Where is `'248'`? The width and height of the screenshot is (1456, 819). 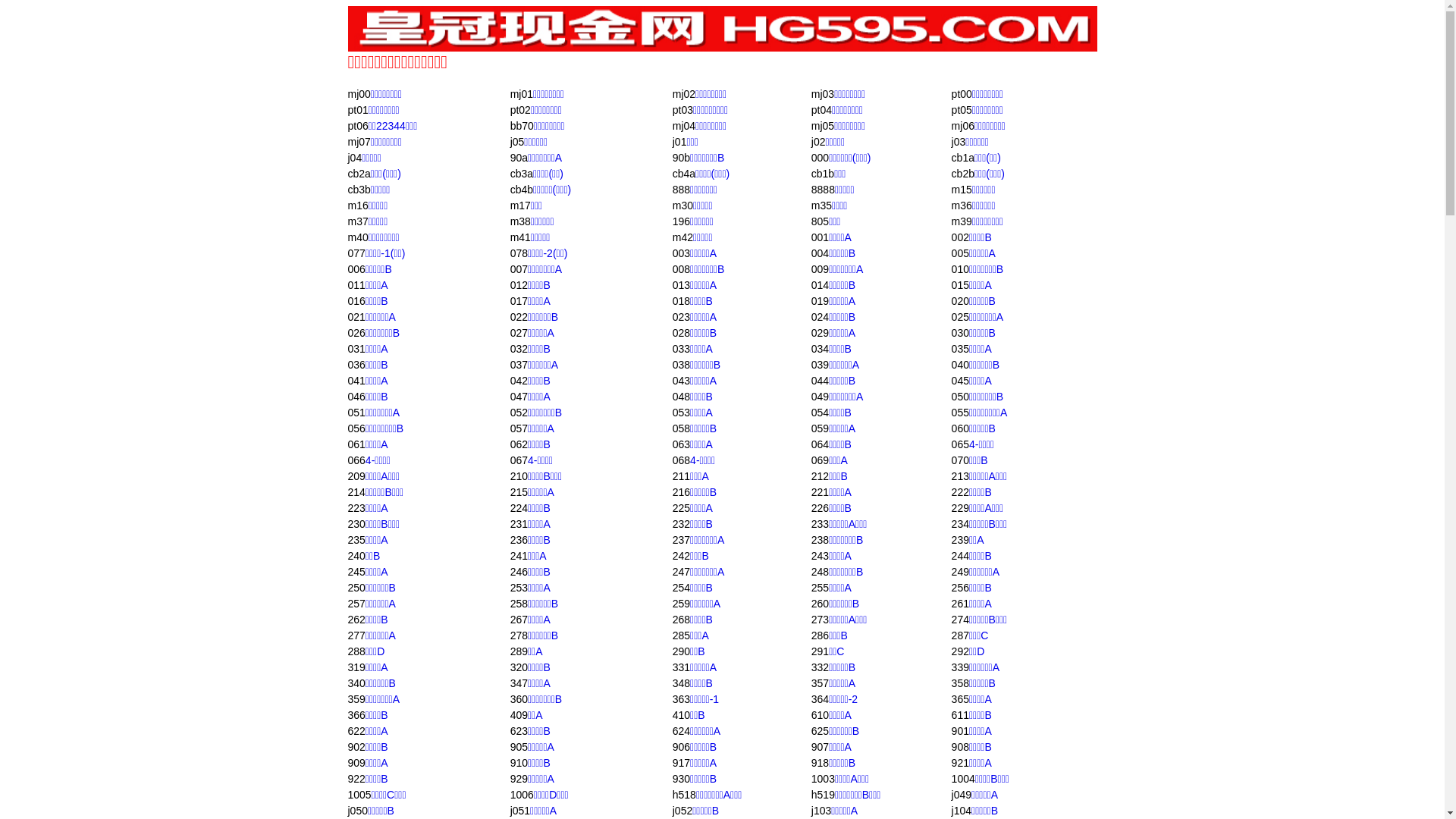
'248' is located at coordinates (811, 571).